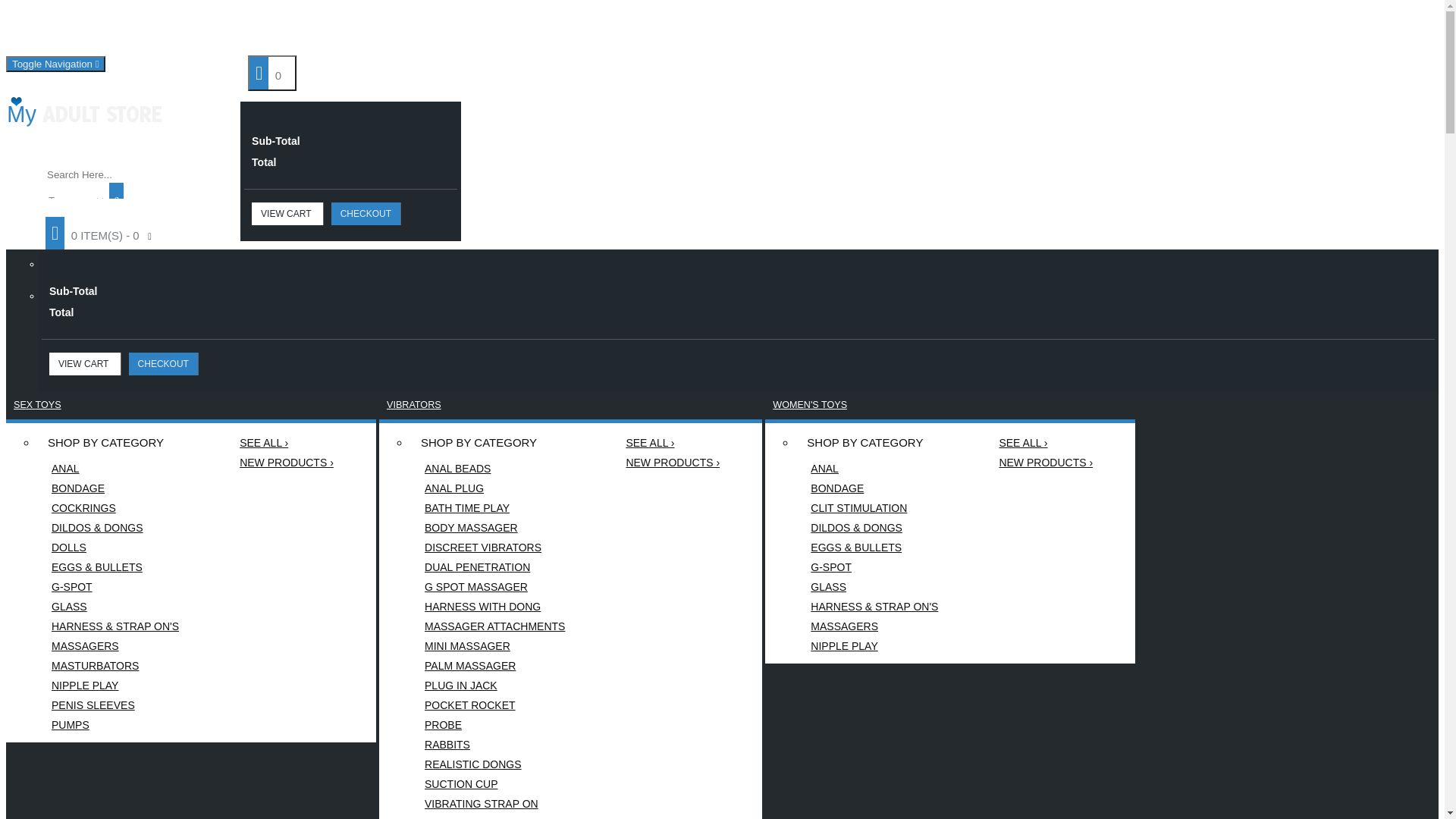 The height and width of the screenshot is (819, 1456). What do you see at coordinates (494, 586) in the screenshot?
I see `'G SPOT MASSAGER'` at bounding box center [494, 586].